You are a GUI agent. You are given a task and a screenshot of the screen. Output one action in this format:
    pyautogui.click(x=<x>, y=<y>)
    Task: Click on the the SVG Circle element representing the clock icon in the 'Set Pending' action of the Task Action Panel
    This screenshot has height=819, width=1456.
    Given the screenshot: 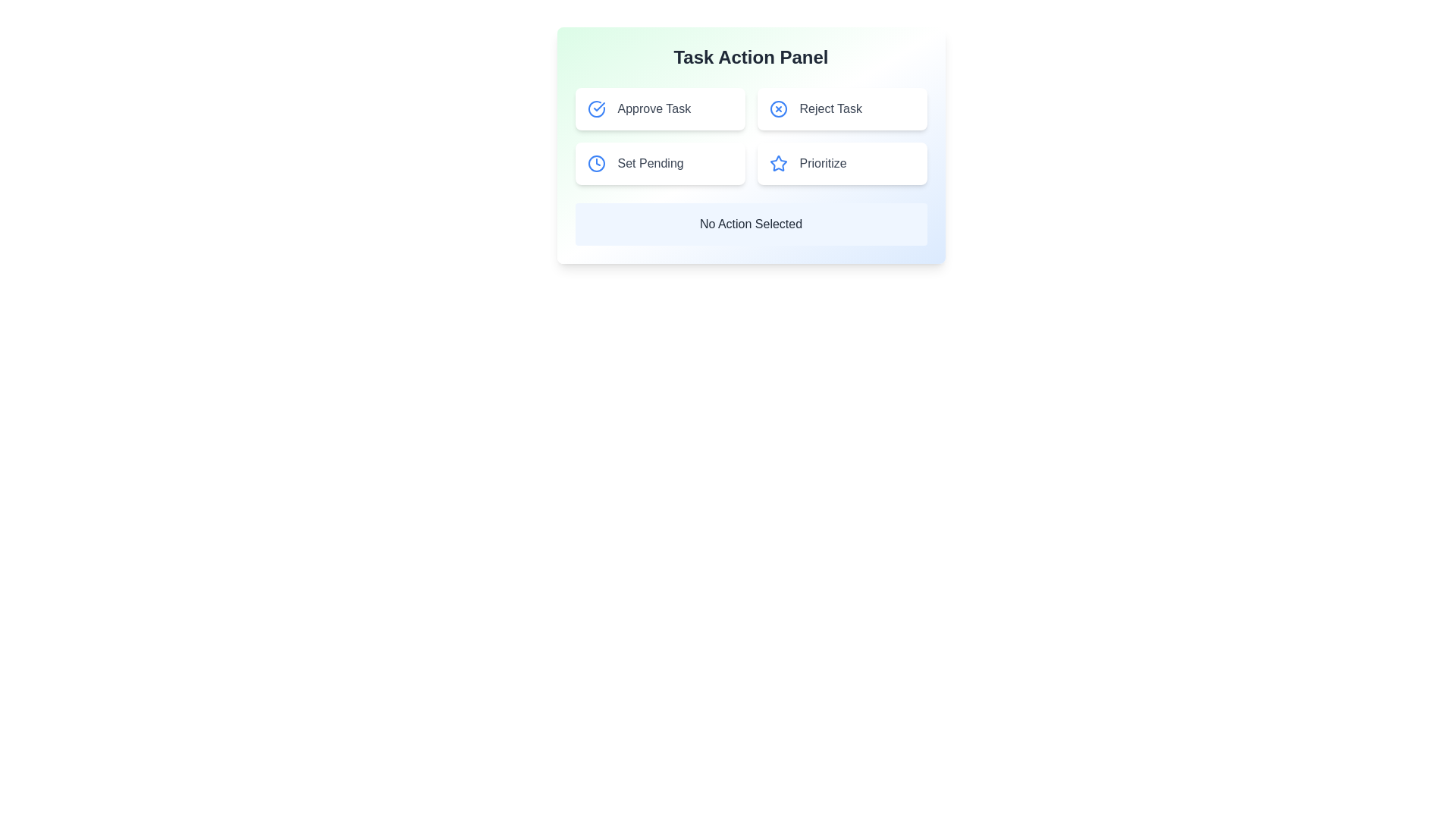 What is the action you would take?
    pyautogui.click(x=595, y=164)
    